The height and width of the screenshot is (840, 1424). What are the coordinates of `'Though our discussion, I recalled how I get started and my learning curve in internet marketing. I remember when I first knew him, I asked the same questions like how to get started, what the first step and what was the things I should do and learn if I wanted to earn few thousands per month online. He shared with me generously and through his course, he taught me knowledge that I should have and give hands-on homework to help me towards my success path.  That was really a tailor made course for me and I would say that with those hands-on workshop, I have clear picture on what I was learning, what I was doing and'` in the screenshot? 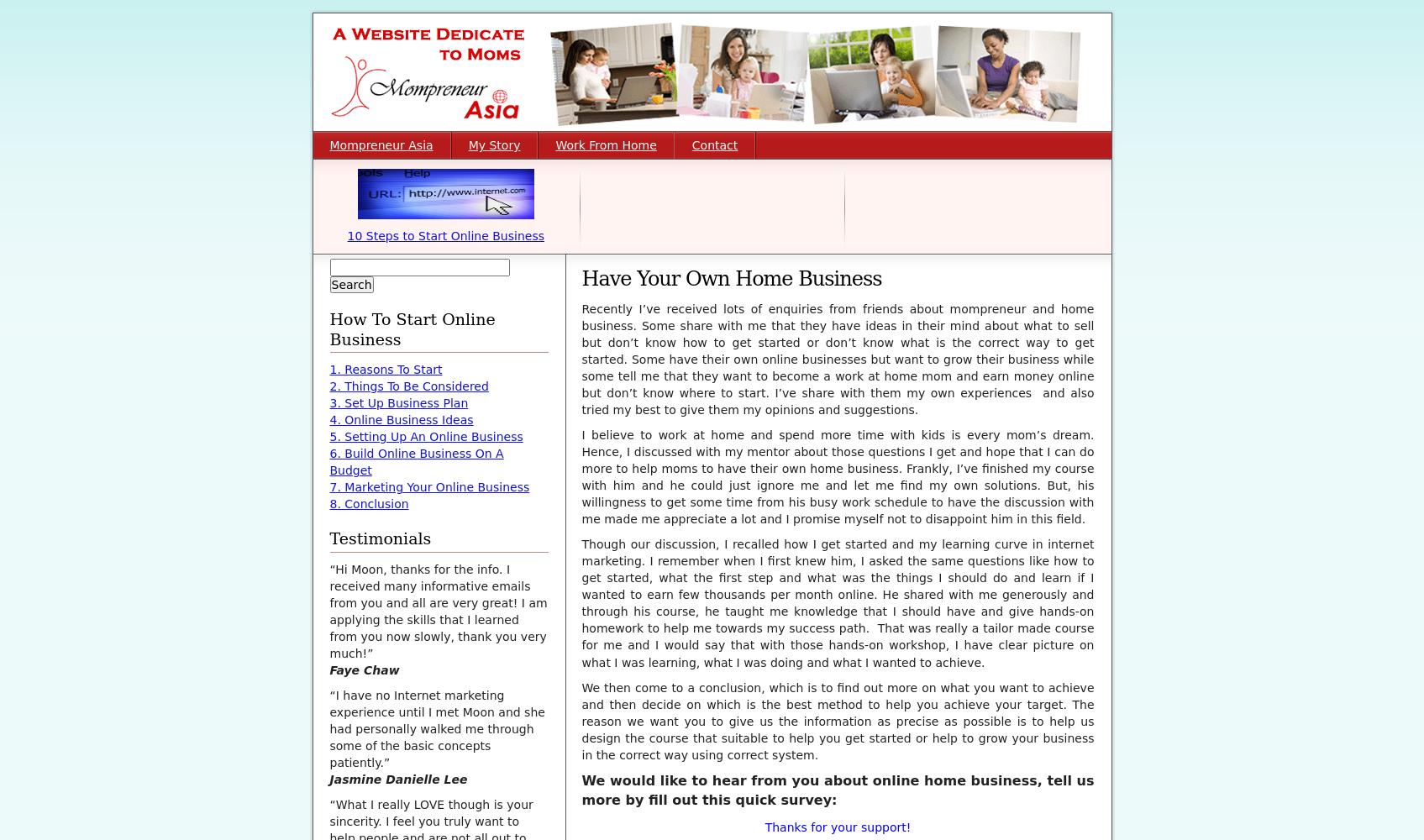 It's located at (836, 602).